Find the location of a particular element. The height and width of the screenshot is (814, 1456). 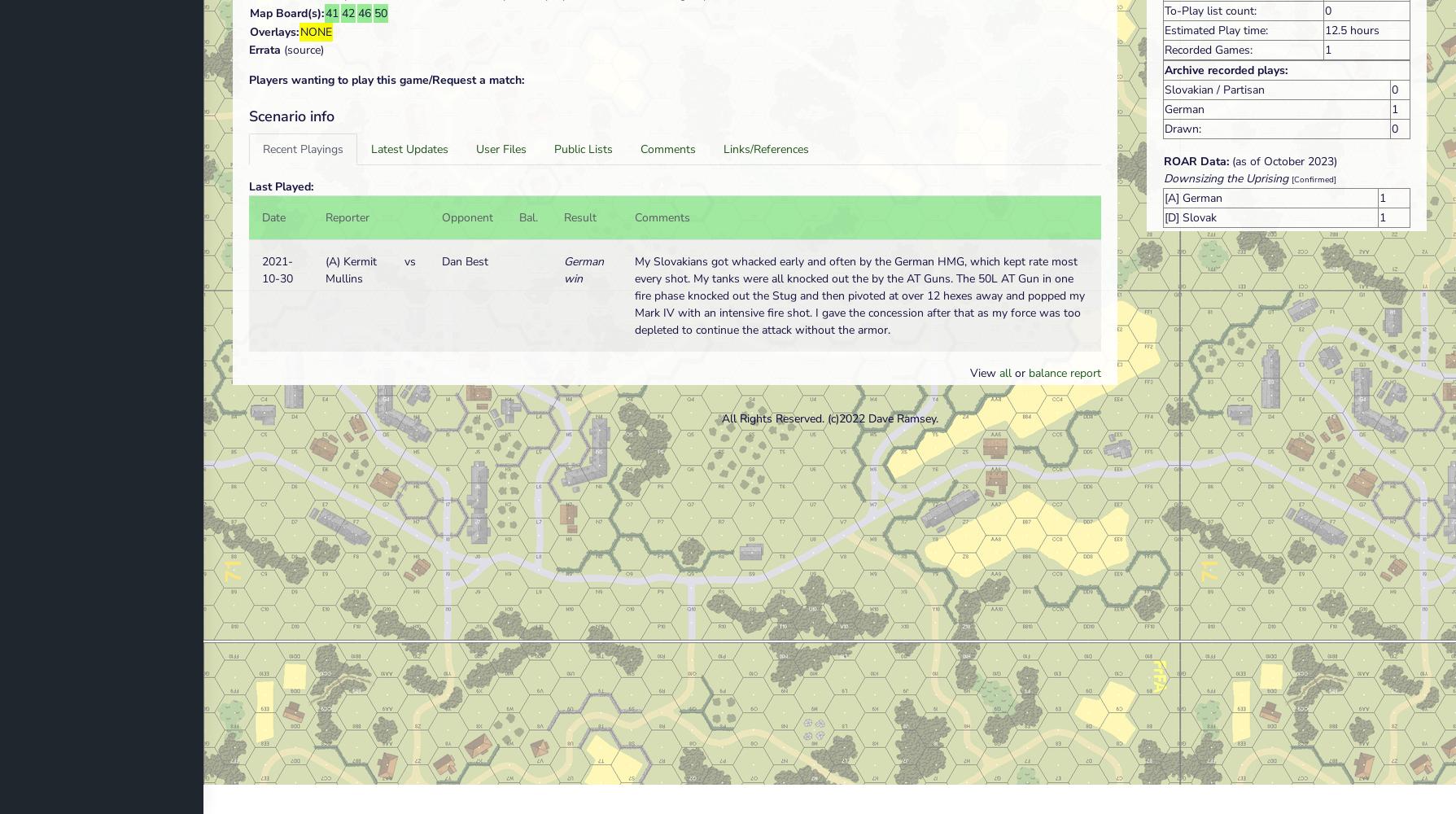

'Result' is located at coordinates (579, 217).